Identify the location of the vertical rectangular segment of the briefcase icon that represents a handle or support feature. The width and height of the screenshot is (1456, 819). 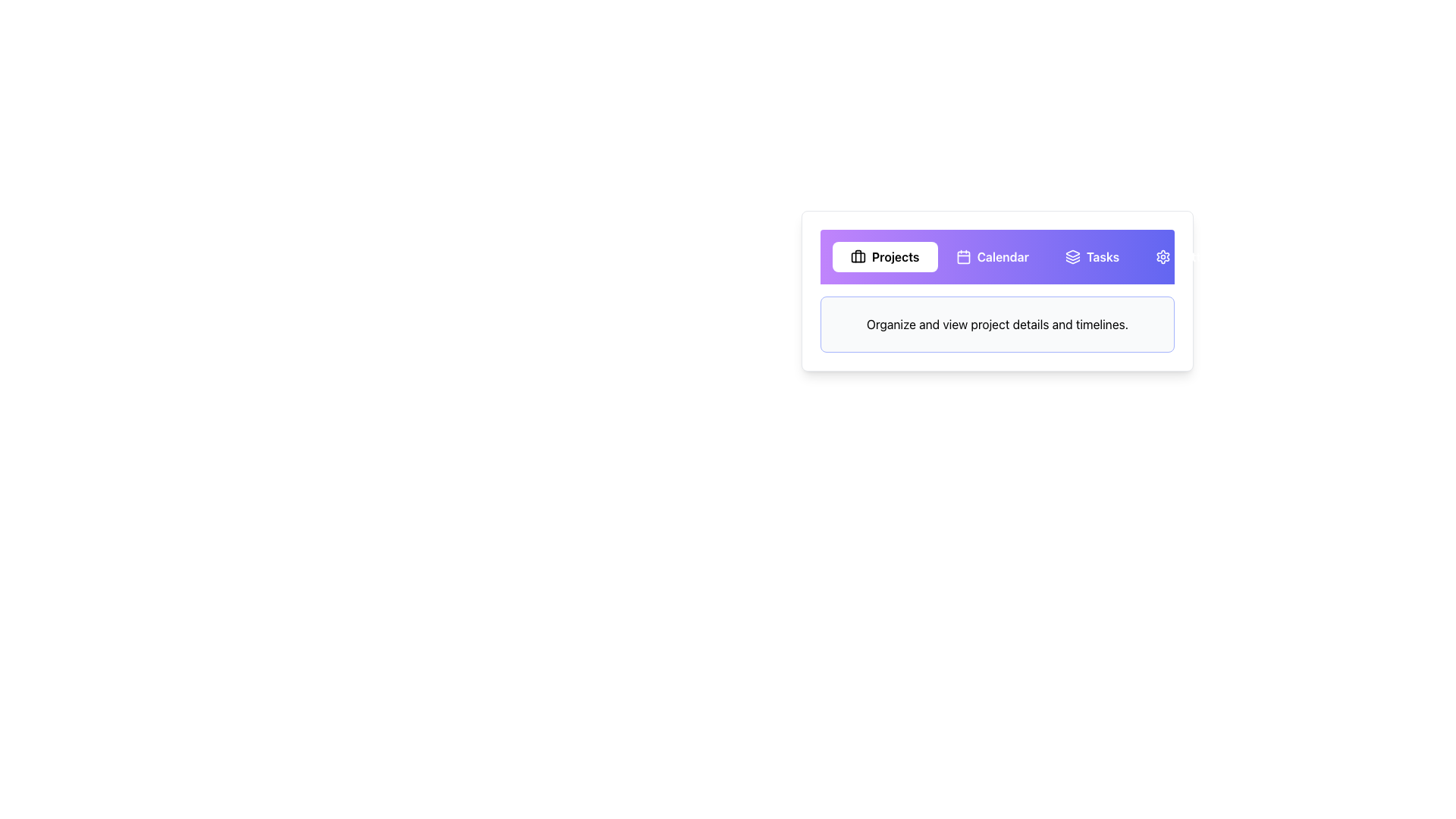
(858, 256).